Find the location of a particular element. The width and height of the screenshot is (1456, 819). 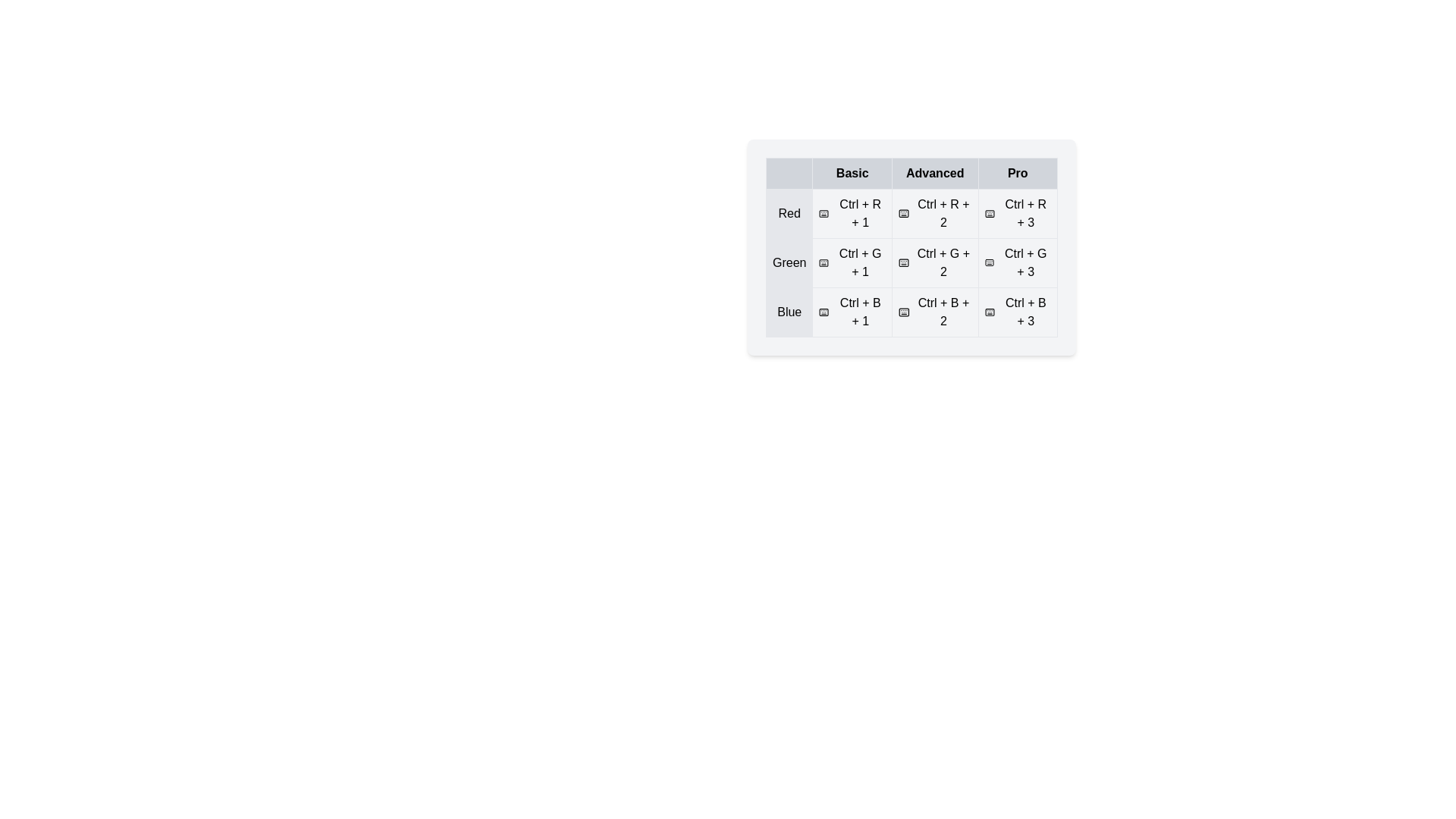

the label displaying 'Ctrl + B + 1' with a keyboard icon, located in the 'Basic' column under the 'Blue' row is located at coordinates (852, 312).